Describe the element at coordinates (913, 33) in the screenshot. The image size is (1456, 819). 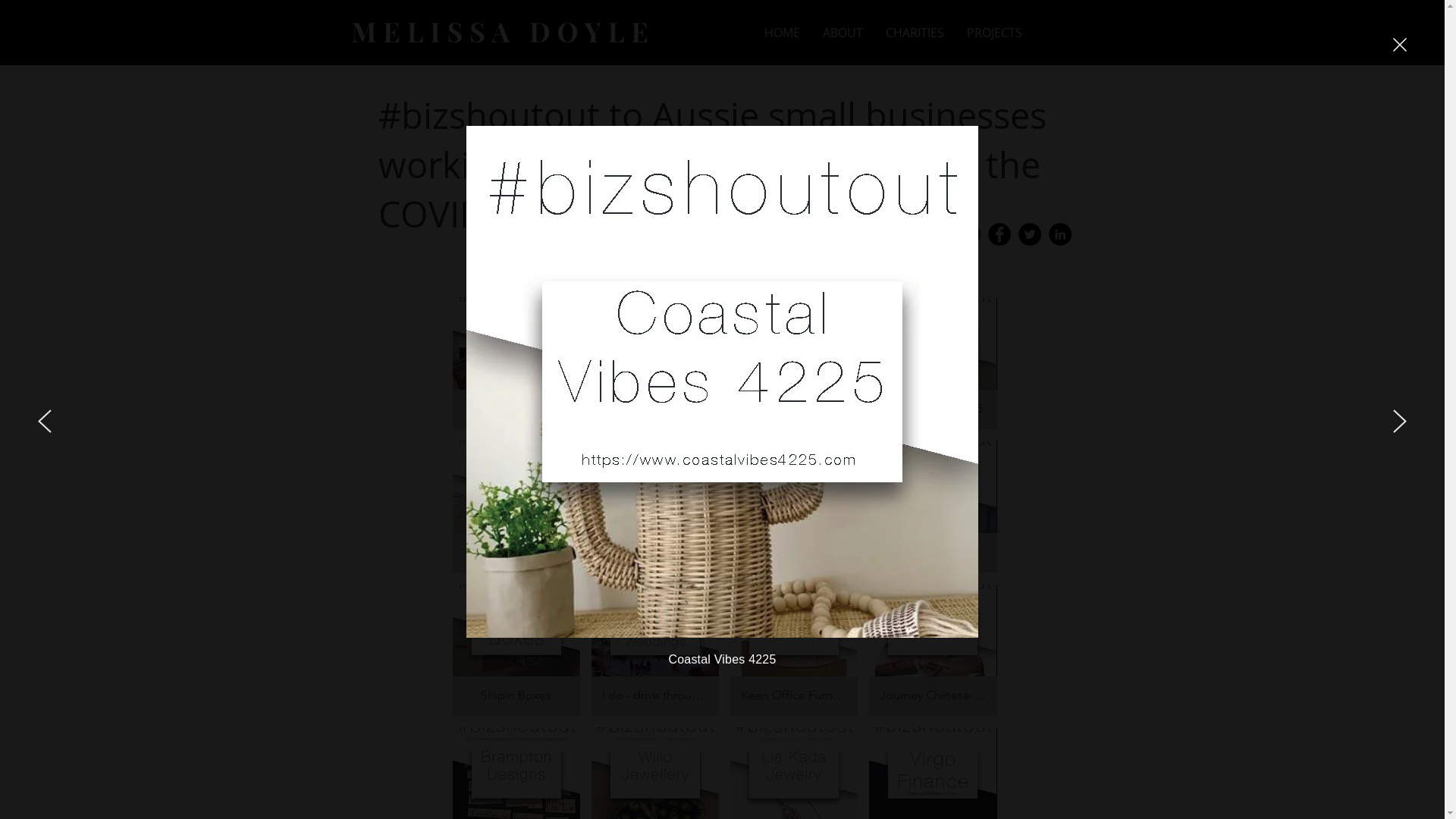
I see `'CHARITIES'` at that location.